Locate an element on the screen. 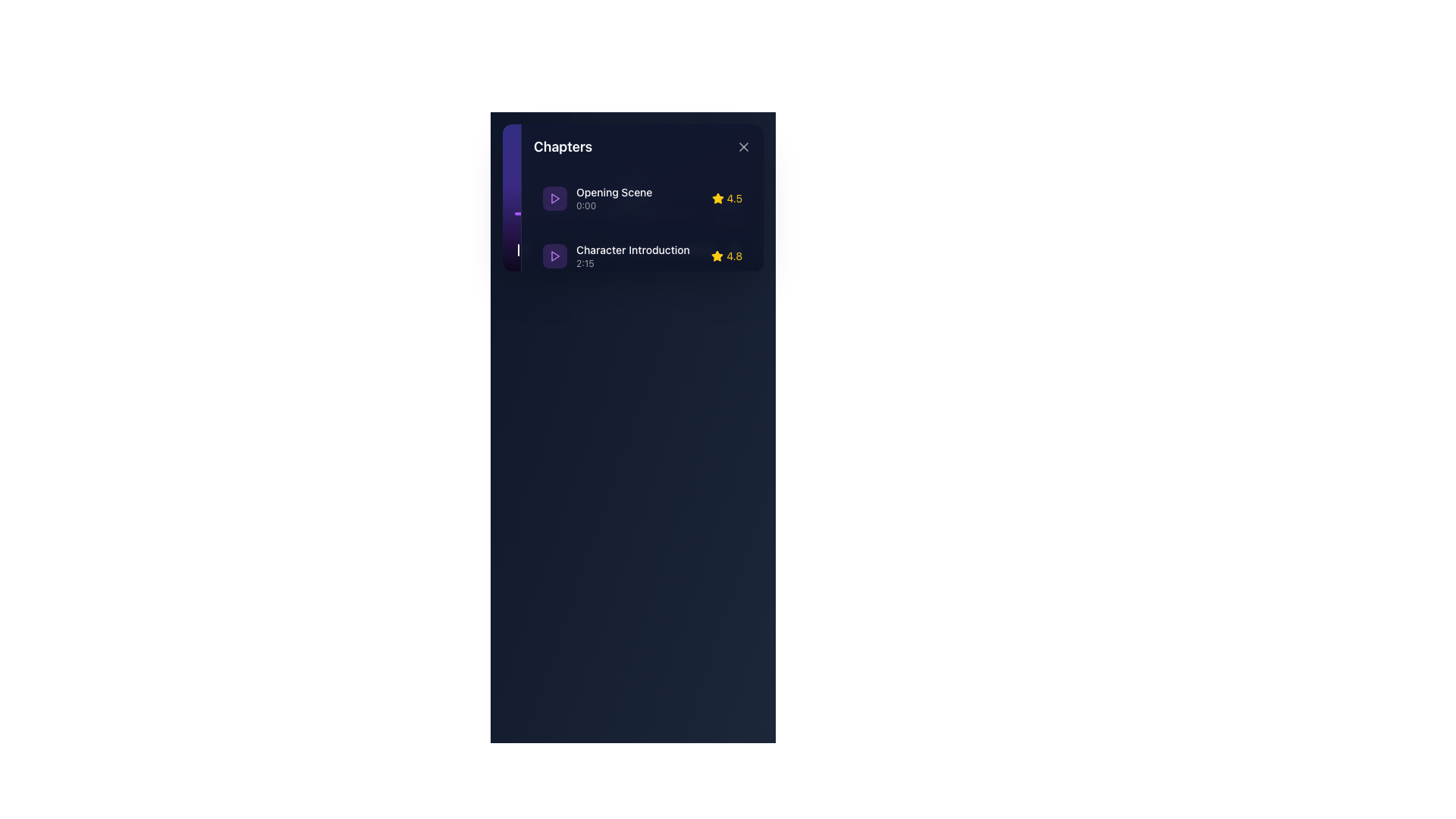  the star icon that indicates the rating score for the 'Character Introduction' chapter, located to the left of the numeric rating '4.8' is located at coordinates (717, 256).